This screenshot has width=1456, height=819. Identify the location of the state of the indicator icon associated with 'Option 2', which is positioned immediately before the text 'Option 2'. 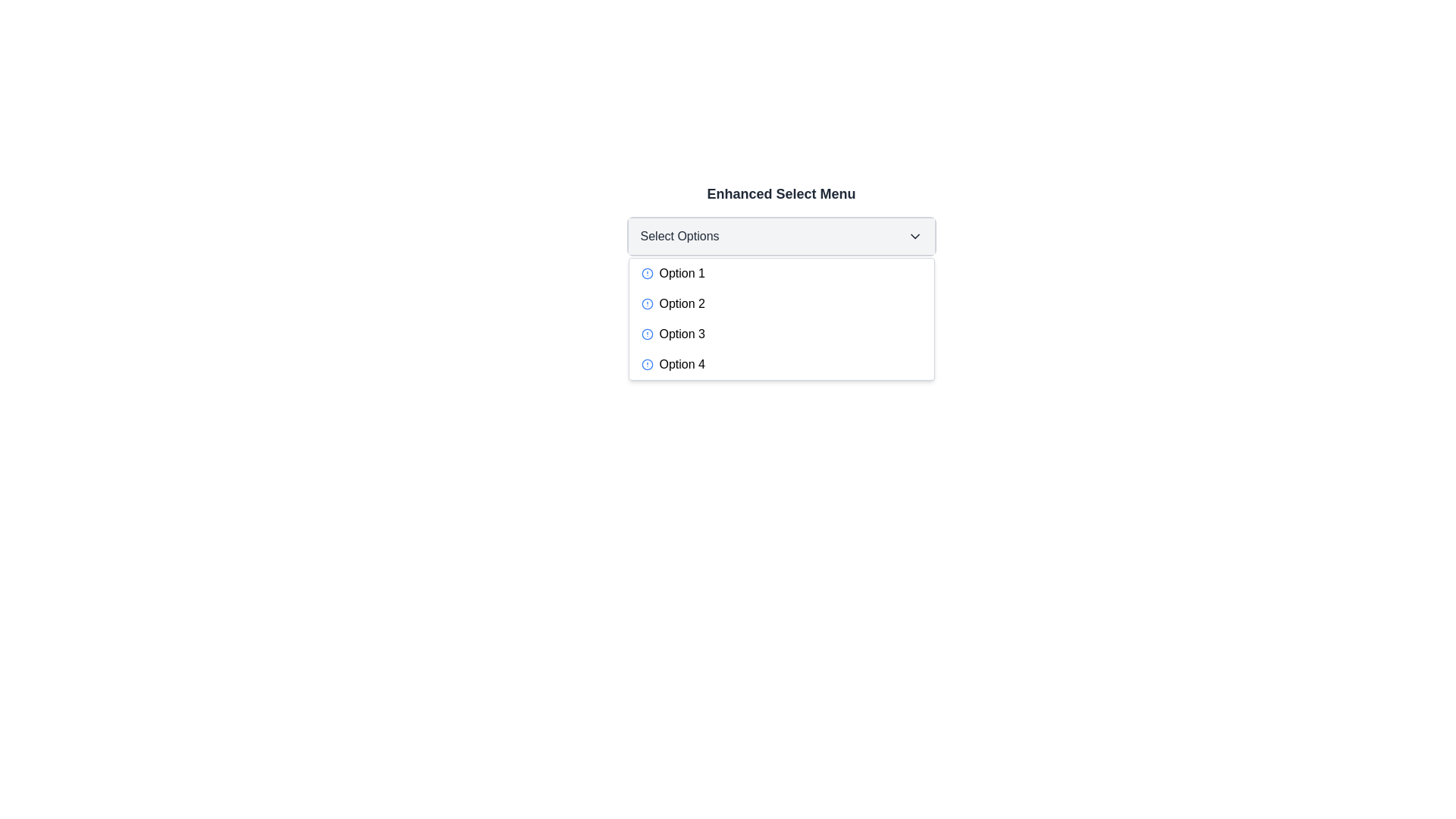
(647, 304).